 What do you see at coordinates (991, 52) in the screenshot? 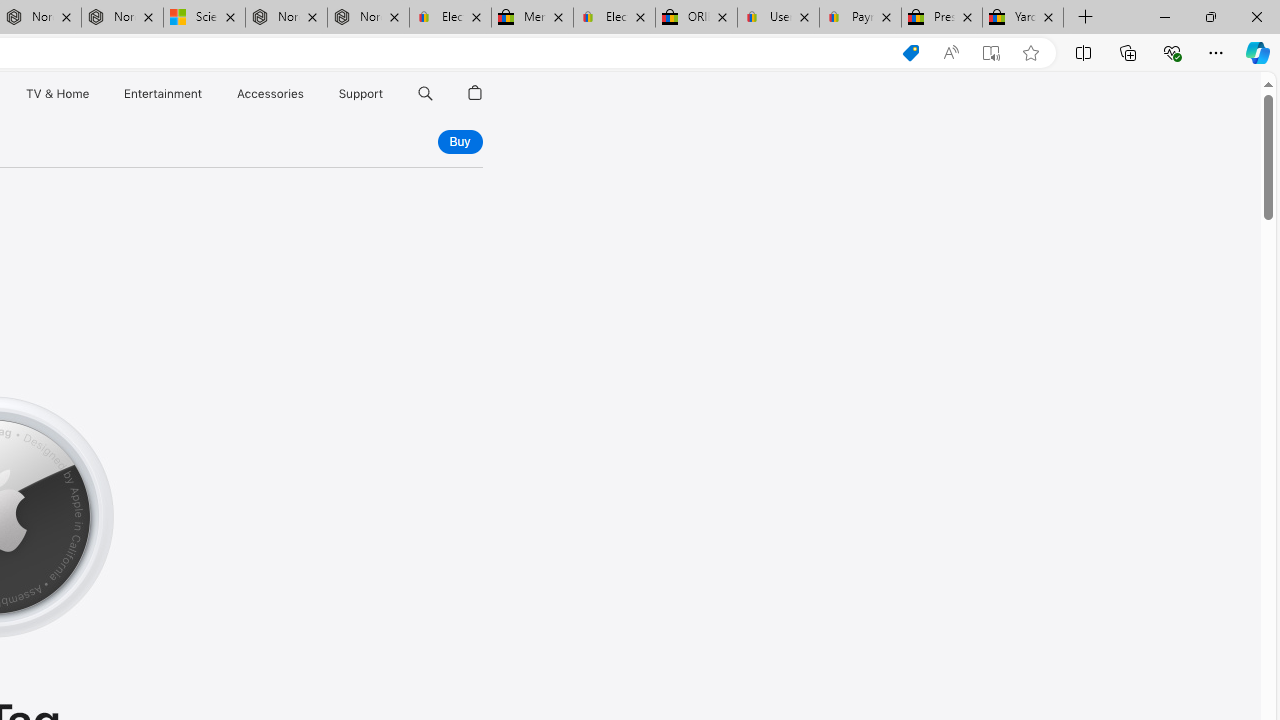
I see `'Enter Immersive Reader (F9)'` at bounding box center [991, 52].